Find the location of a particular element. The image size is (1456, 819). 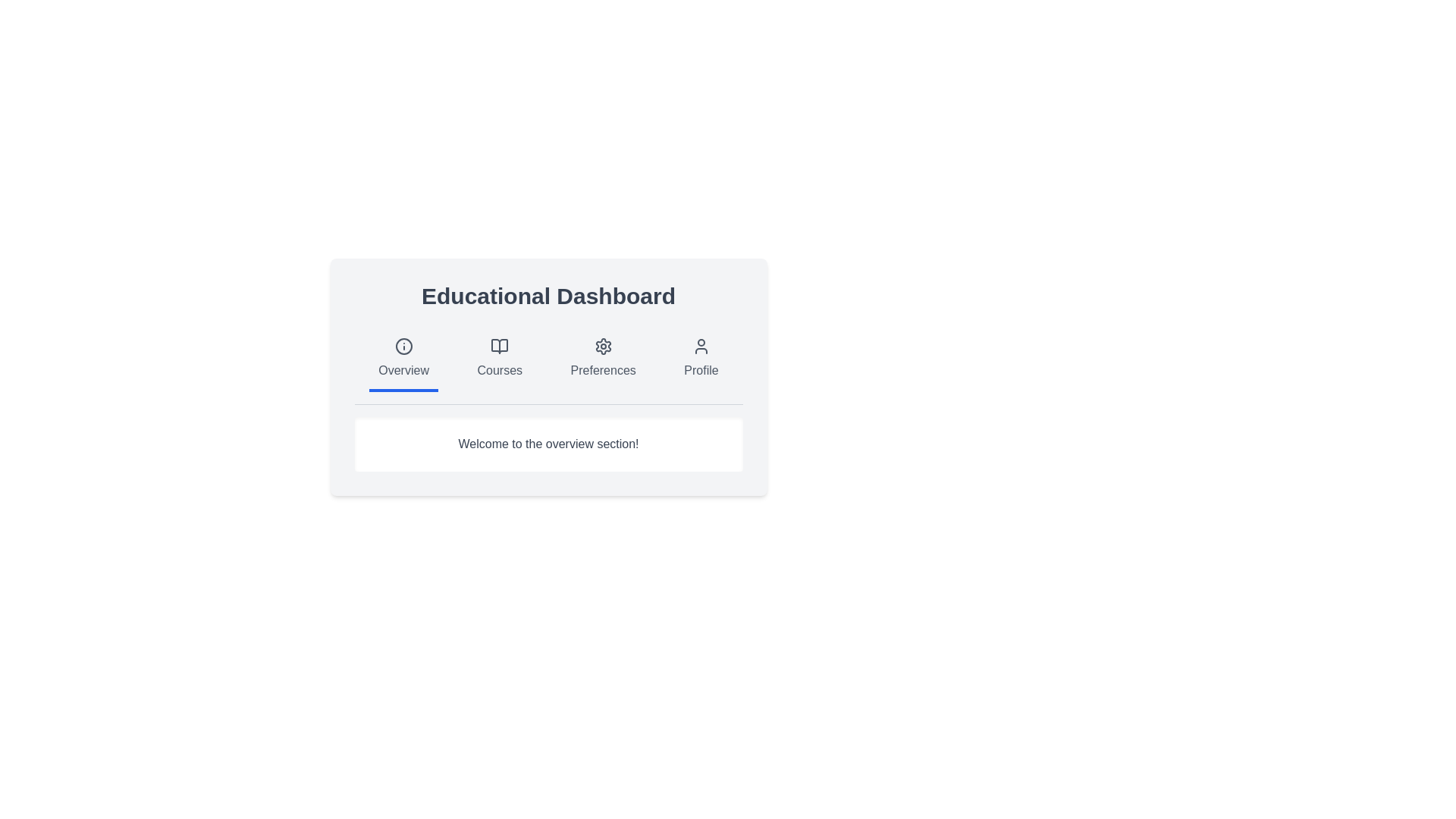

the cogwheel-shaped settings icon is located at coordinates (602, 346).